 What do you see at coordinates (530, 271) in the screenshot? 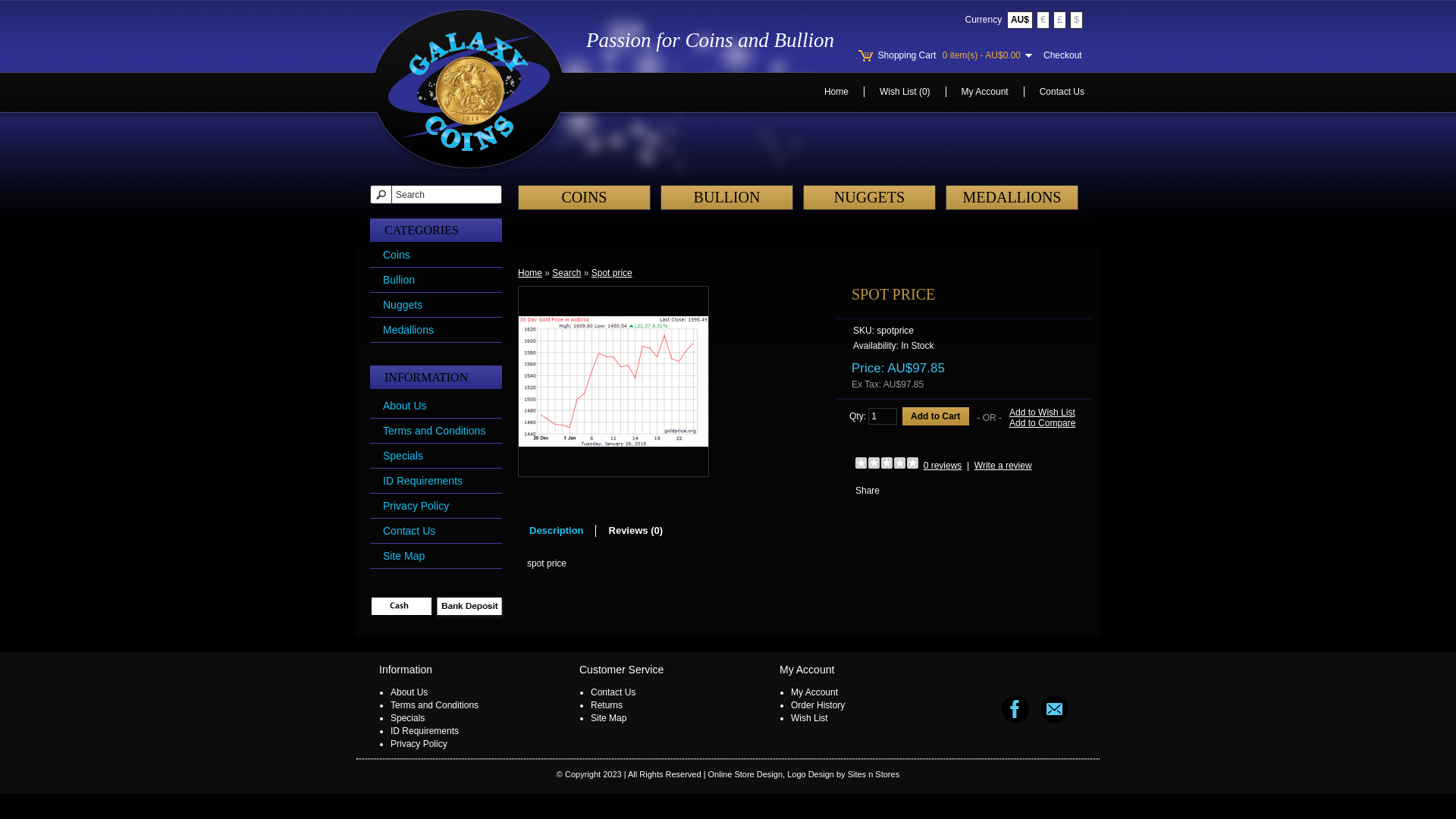
I see `'Home'` at bounding box center [530, 271].